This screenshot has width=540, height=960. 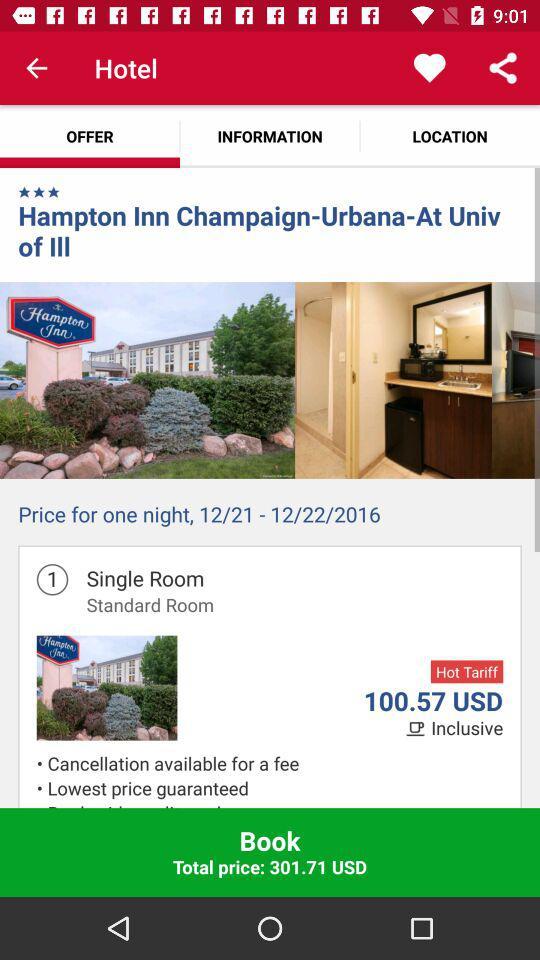 I want to click on item above the offer icon, so click(x=36, y=68).